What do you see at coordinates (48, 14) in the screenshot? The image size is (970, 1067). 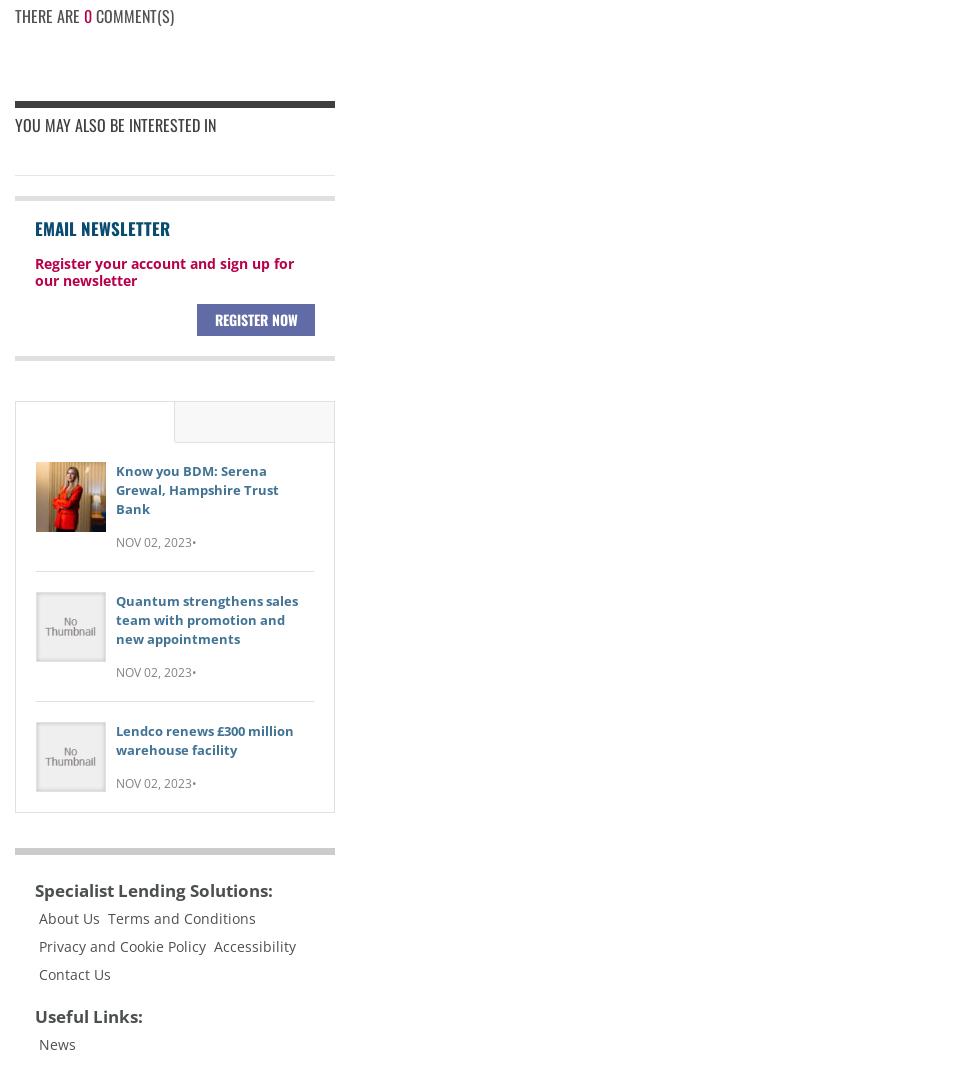 I see `'There are'` at bounding box center [48, 14].